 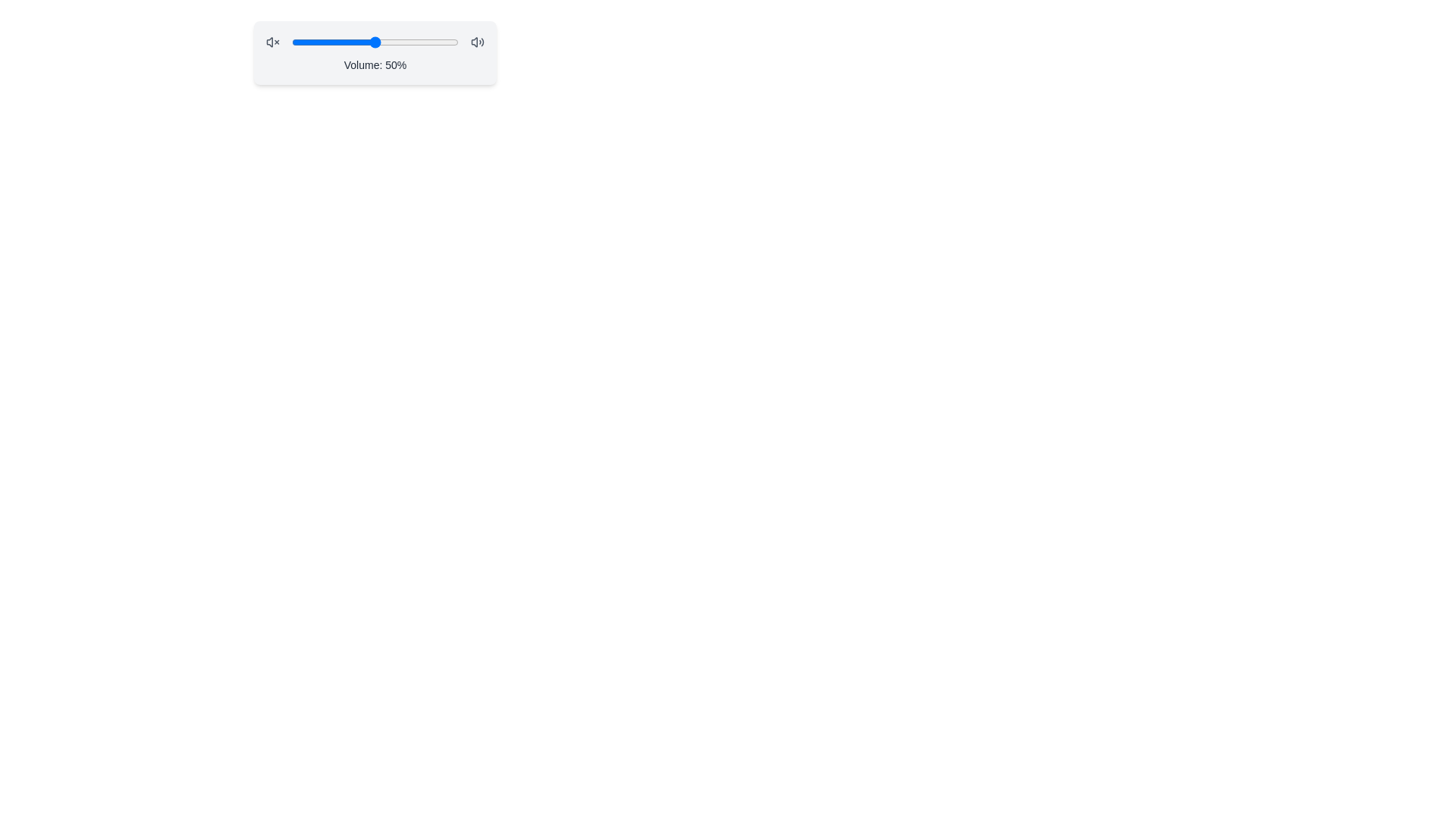 What do you see at coordinates (273, 42) in the screenshot?
I see `the unmute icon to toggle the mute state` at bounding box center [273, 42].